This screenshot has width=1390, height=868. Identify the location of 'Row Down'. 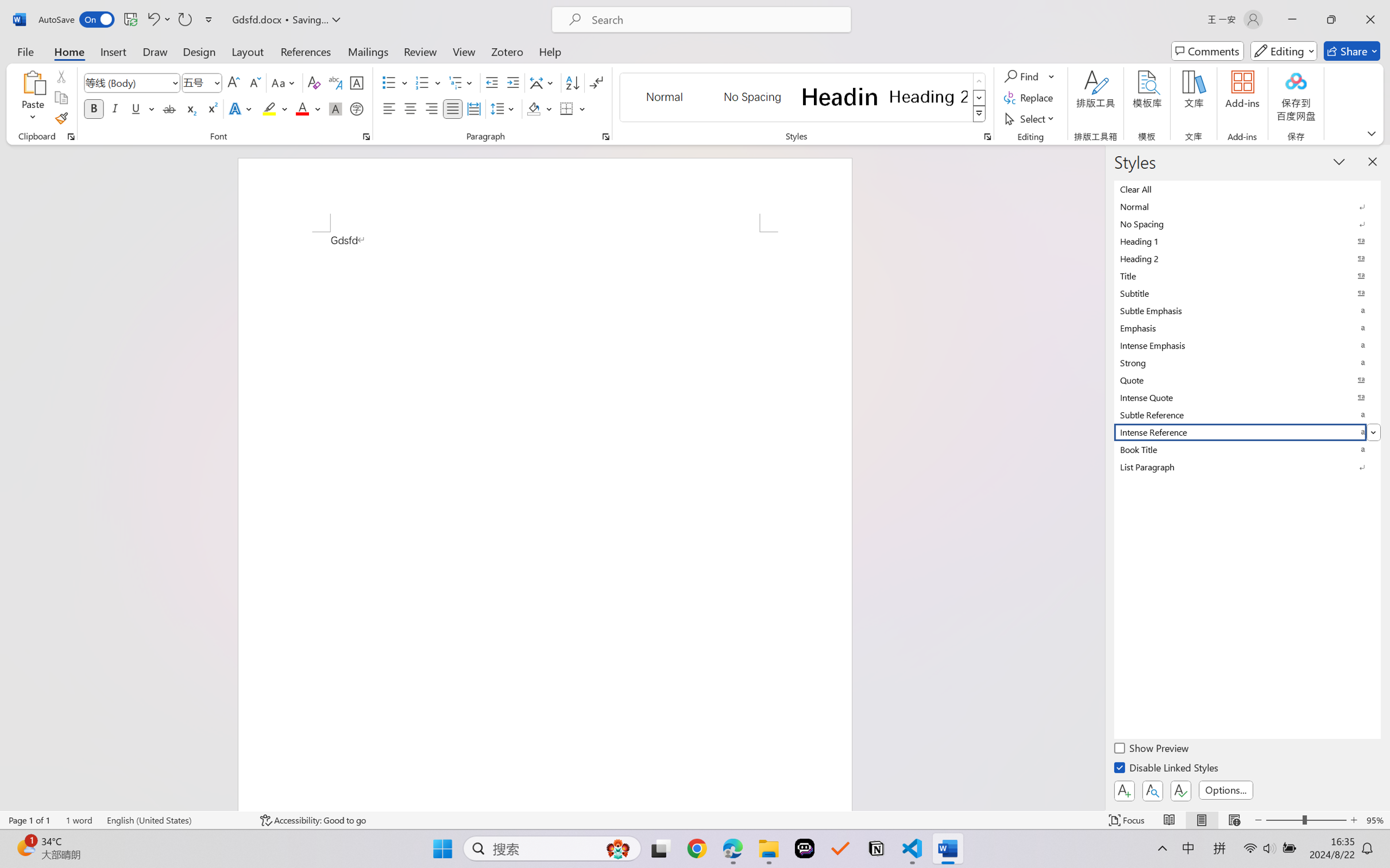
(978, 98).